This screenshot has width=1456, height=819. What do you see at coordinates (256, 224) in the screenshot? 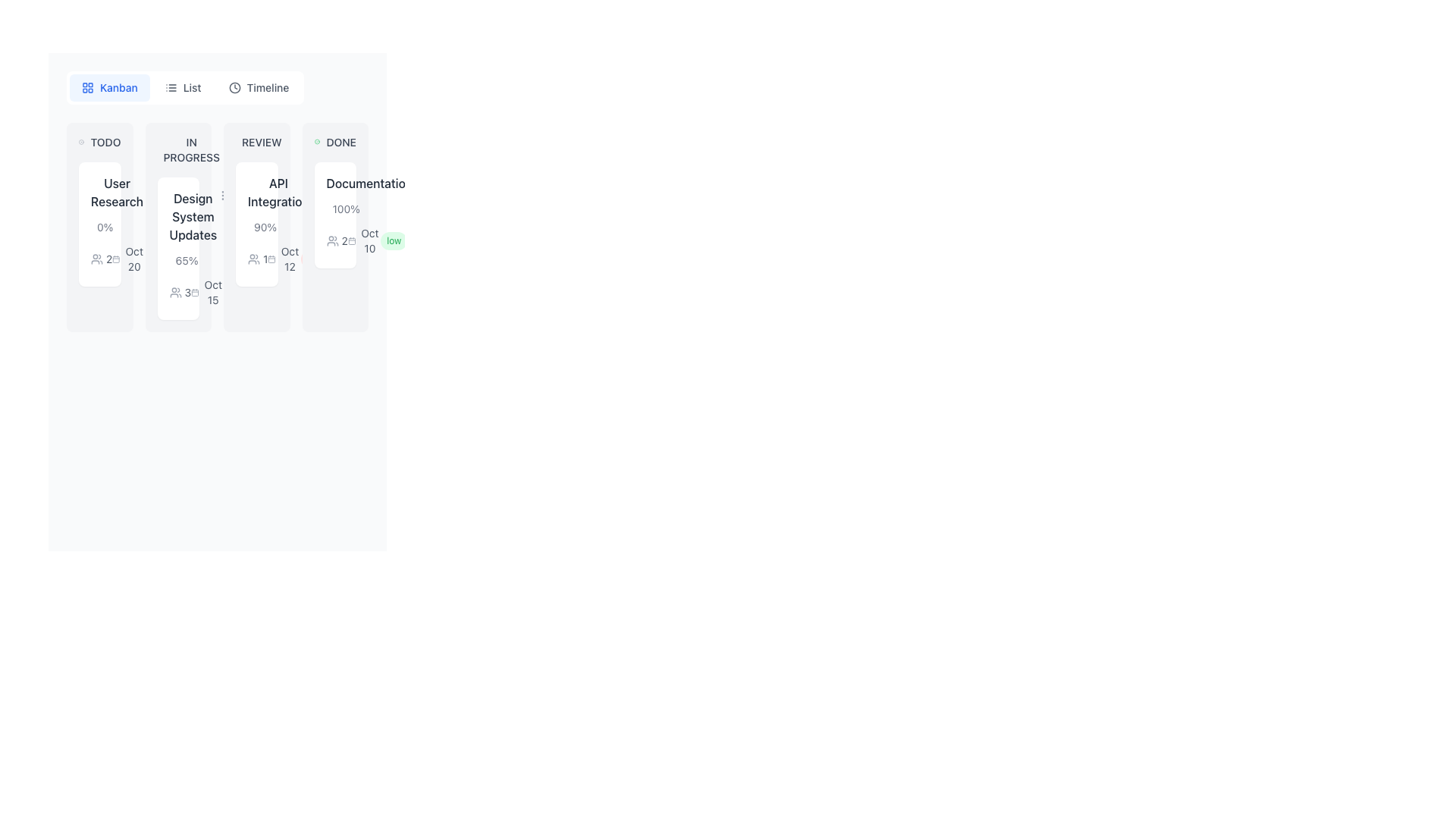
I see `the 'API Integration' Task Card located in the 'REVIEW' column of the Kanban board` at bounding box center [256, 224].